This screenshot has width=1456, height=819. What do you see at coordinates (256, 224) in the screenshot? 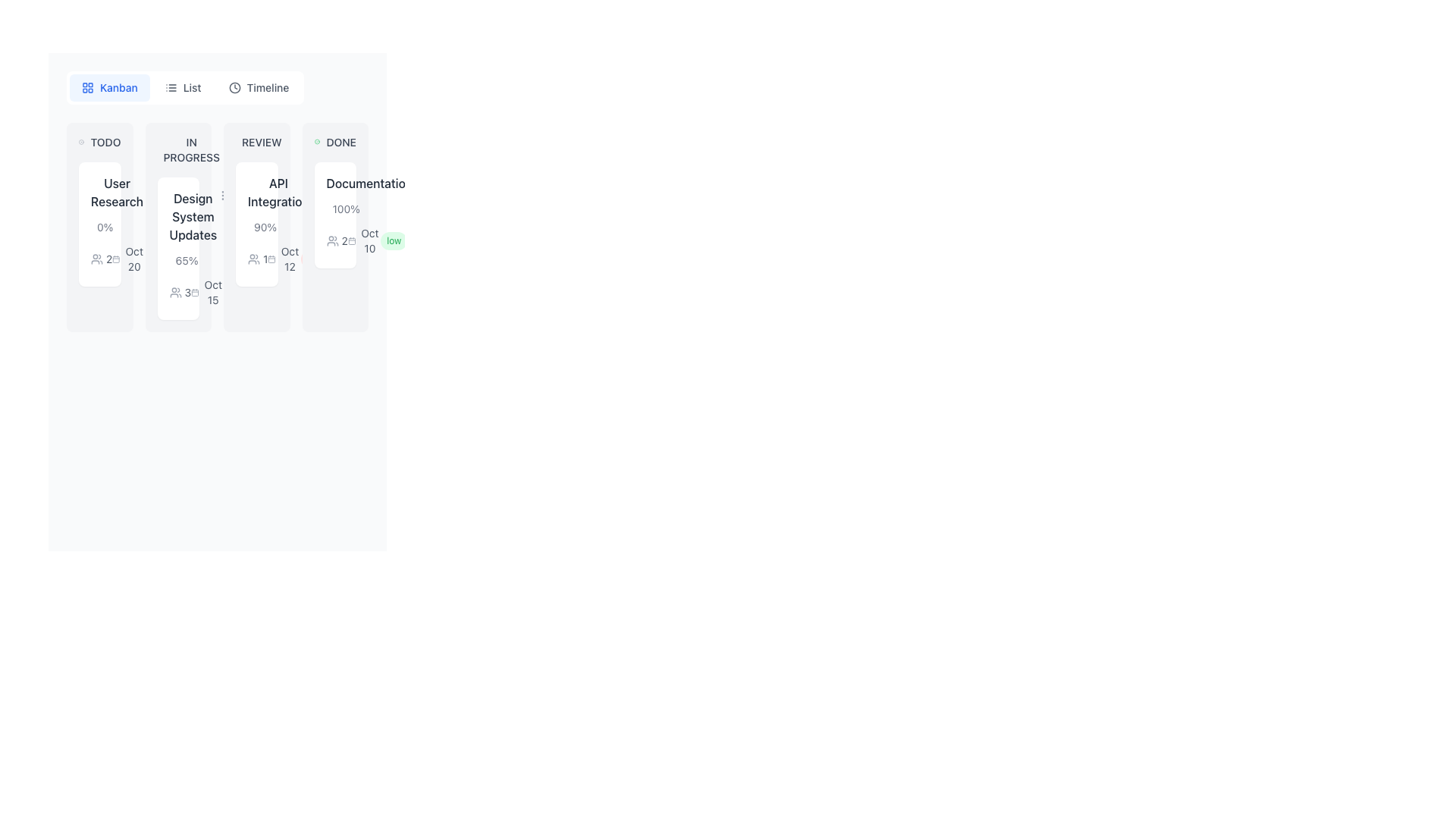
I see `the 'API Integration' Task Card located in the 'REVIEW' column of the Kanban board` at bounding box center [256, 224].